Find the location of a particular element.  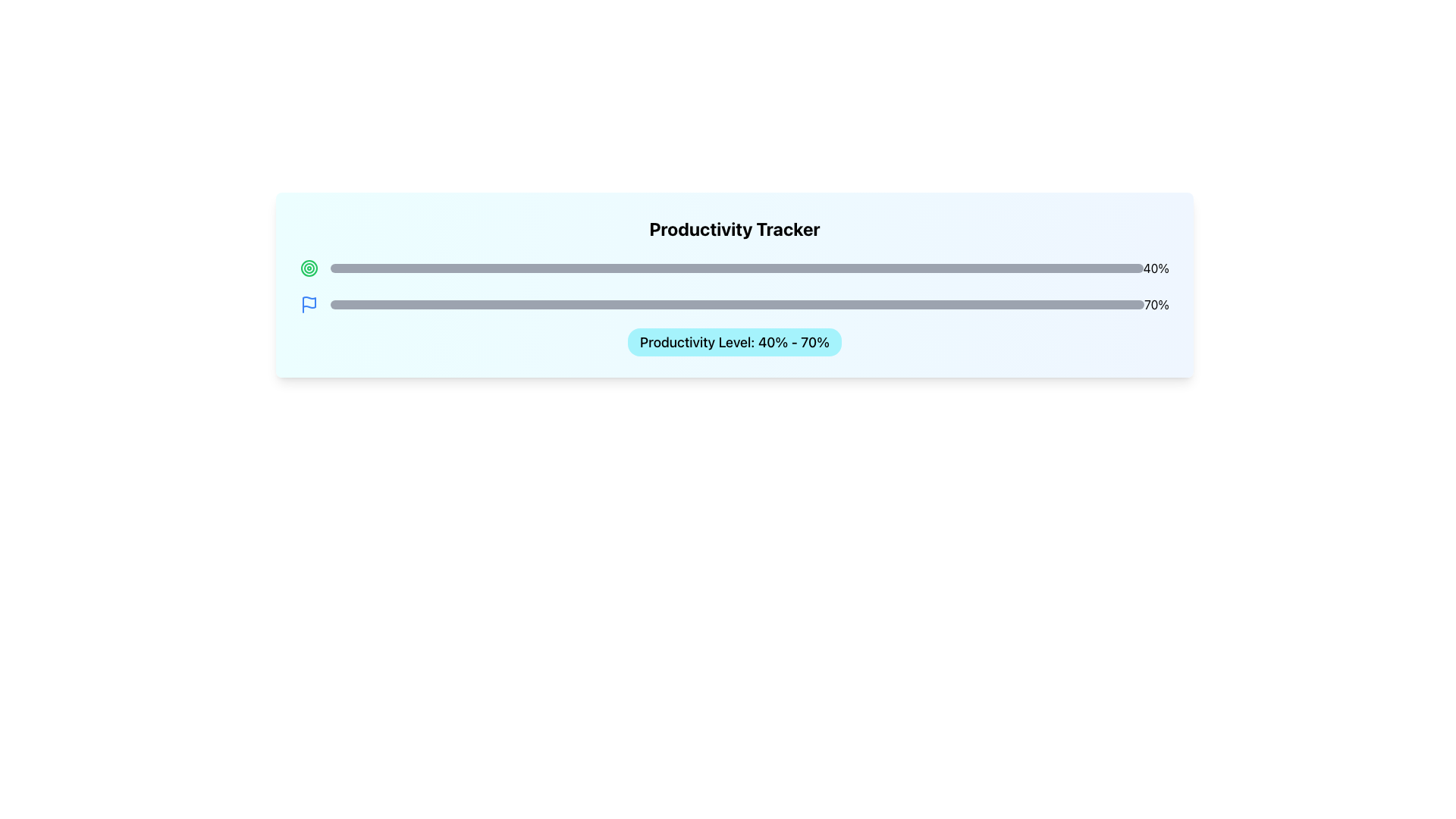

the progress value is located at coordinates (843, 304).